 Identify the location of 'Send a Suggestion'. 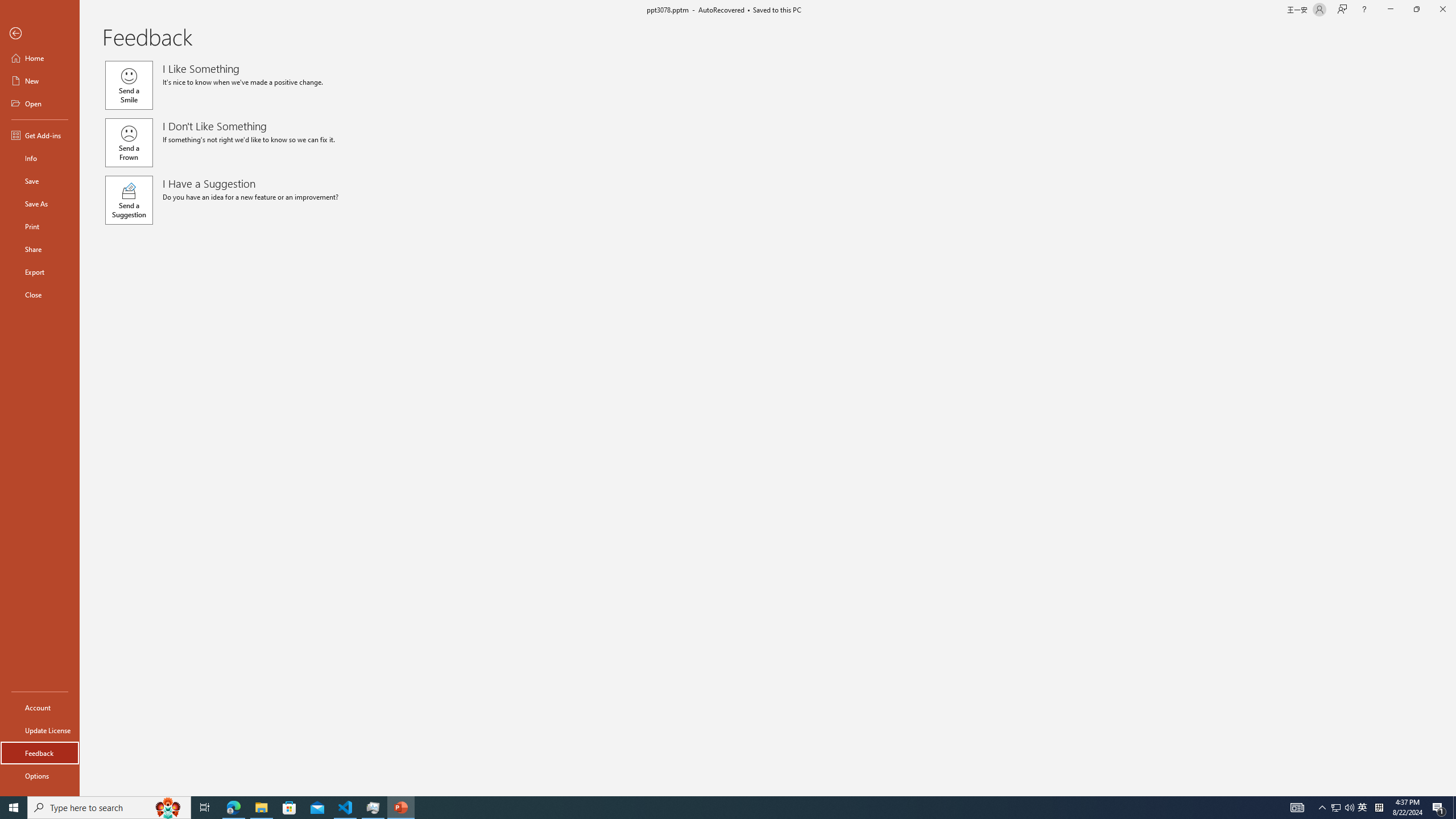
(128, 200).